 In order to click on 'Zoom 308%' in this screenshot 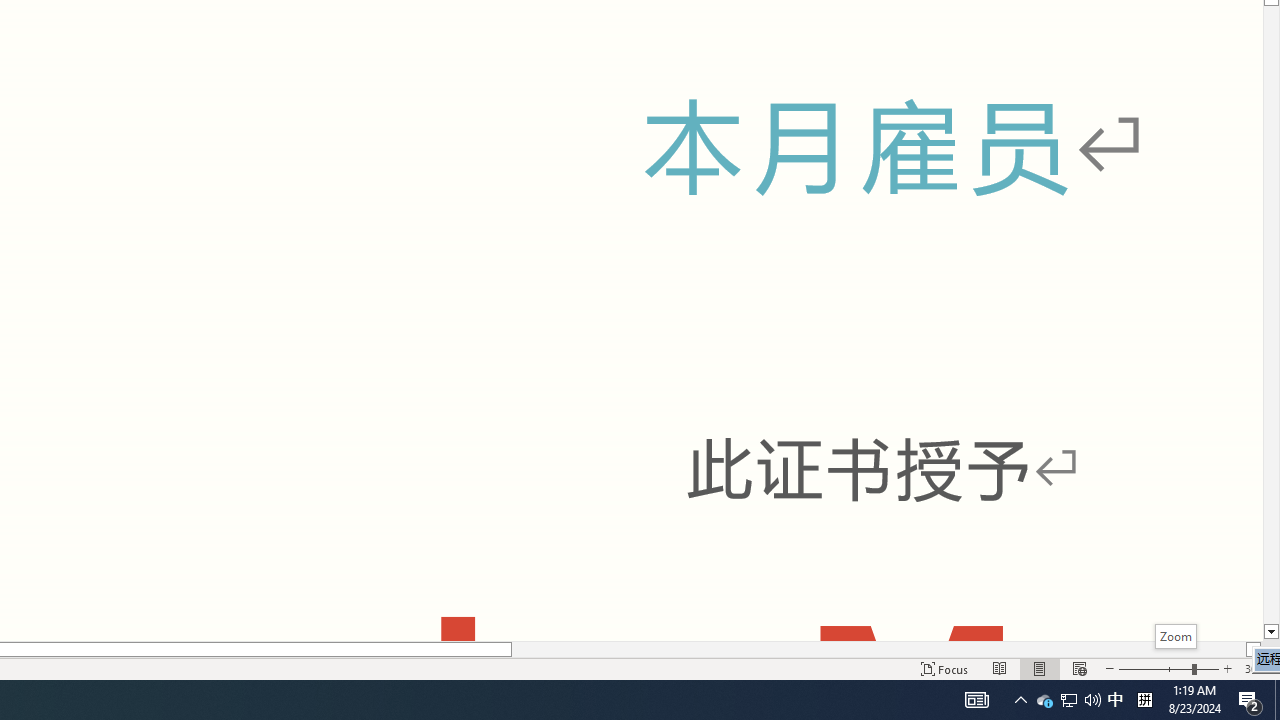, I will do `click(1257, 669)`.